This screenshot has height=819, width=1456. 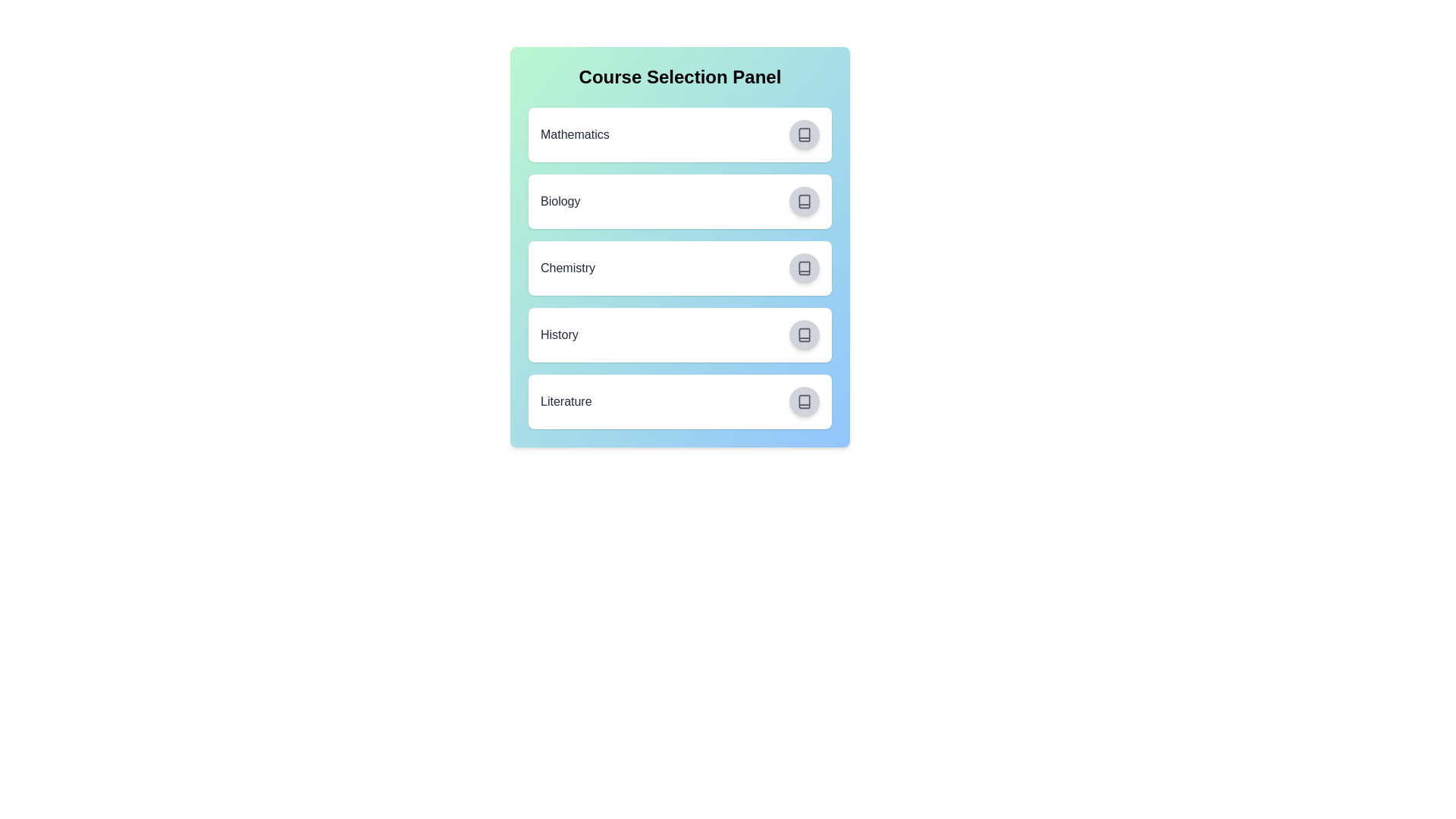 I want to click on the course name Chemistry to highlight or copy it, so click(x=566, y=268).